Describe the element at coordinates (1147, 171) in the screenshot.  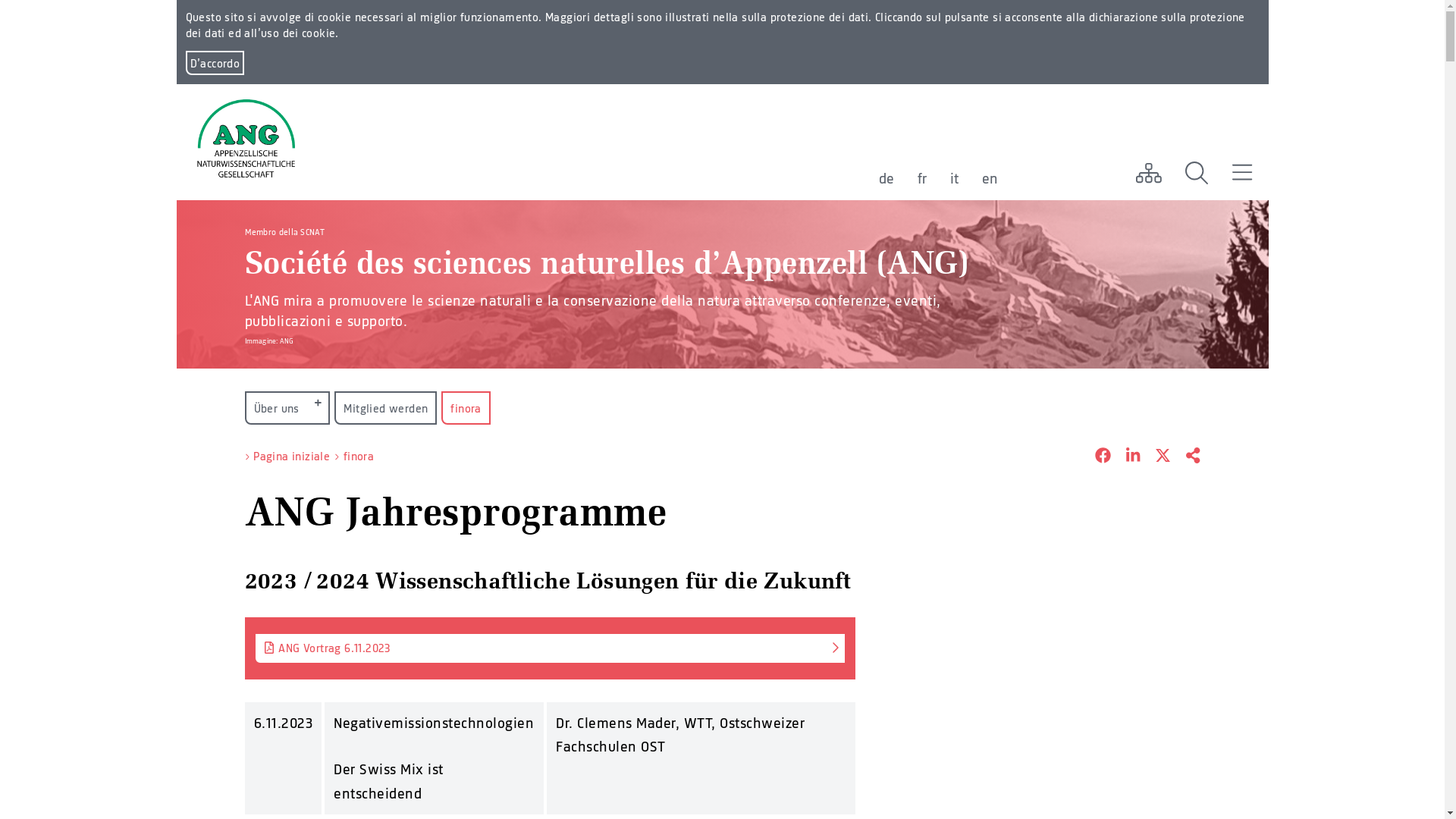
I see `'Rete'` at that location.